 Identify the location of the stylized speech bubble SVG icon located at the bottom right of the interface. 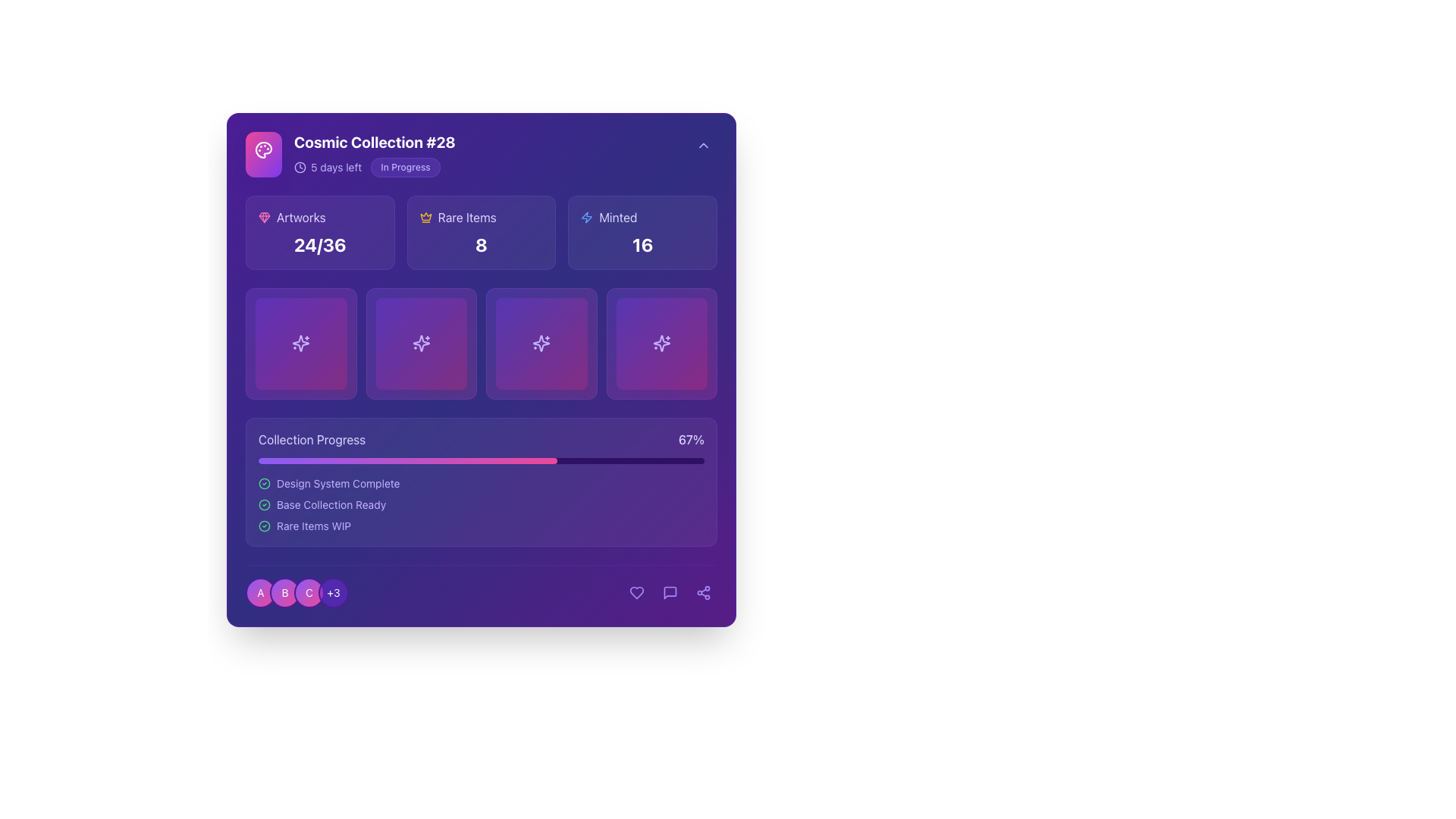
(669, 591).